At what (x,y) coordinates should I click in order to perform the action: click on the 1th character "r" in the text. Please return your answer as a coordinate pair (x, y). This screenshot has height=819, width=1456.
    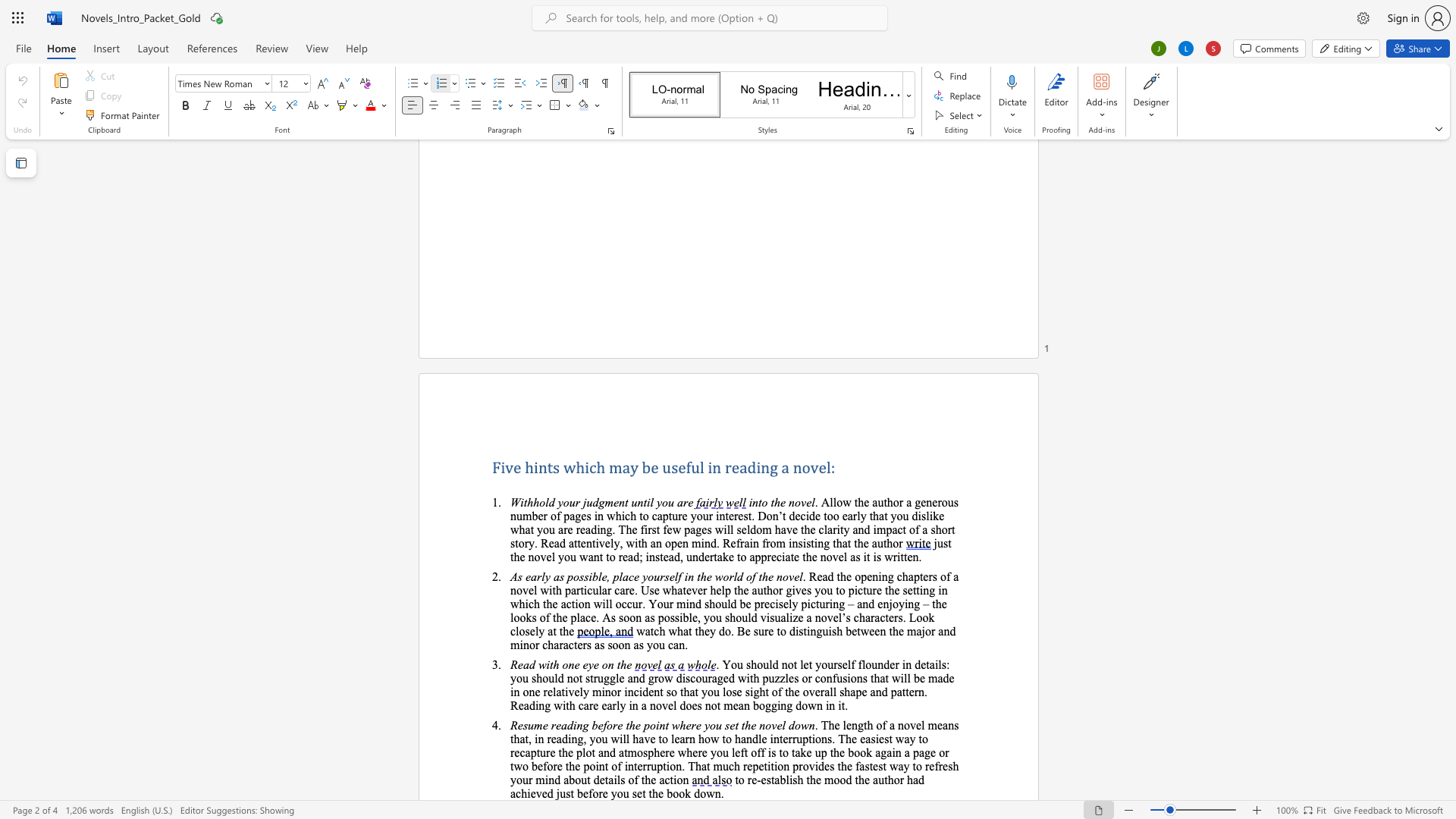
    Looking at the image, I should click on (749, 780).